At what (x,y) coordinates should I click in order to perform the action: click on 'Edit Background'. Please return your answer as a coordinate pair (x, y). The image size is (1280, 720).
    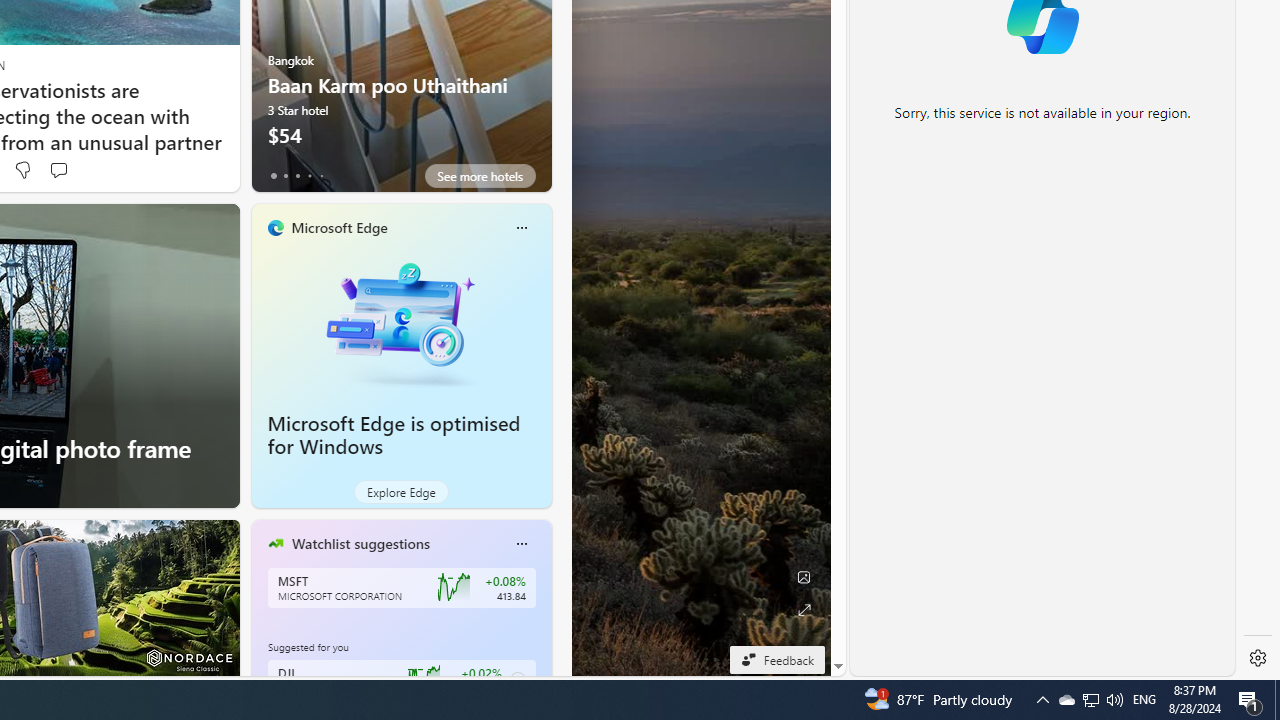
    Looking at the image, I should click on (803, 577).